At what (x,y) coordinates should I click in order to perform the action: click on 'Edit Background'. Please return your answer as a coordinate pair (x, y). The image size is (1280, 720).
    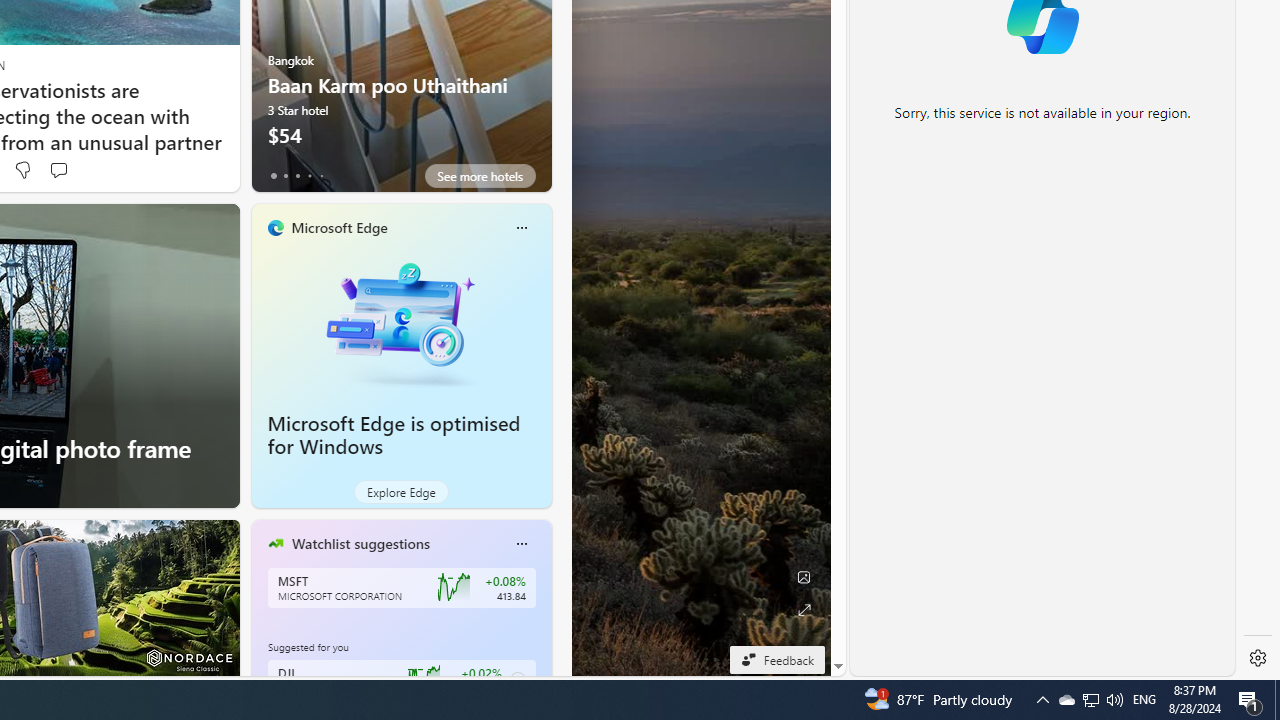
    Looking at the image, I should click on (803, 577).